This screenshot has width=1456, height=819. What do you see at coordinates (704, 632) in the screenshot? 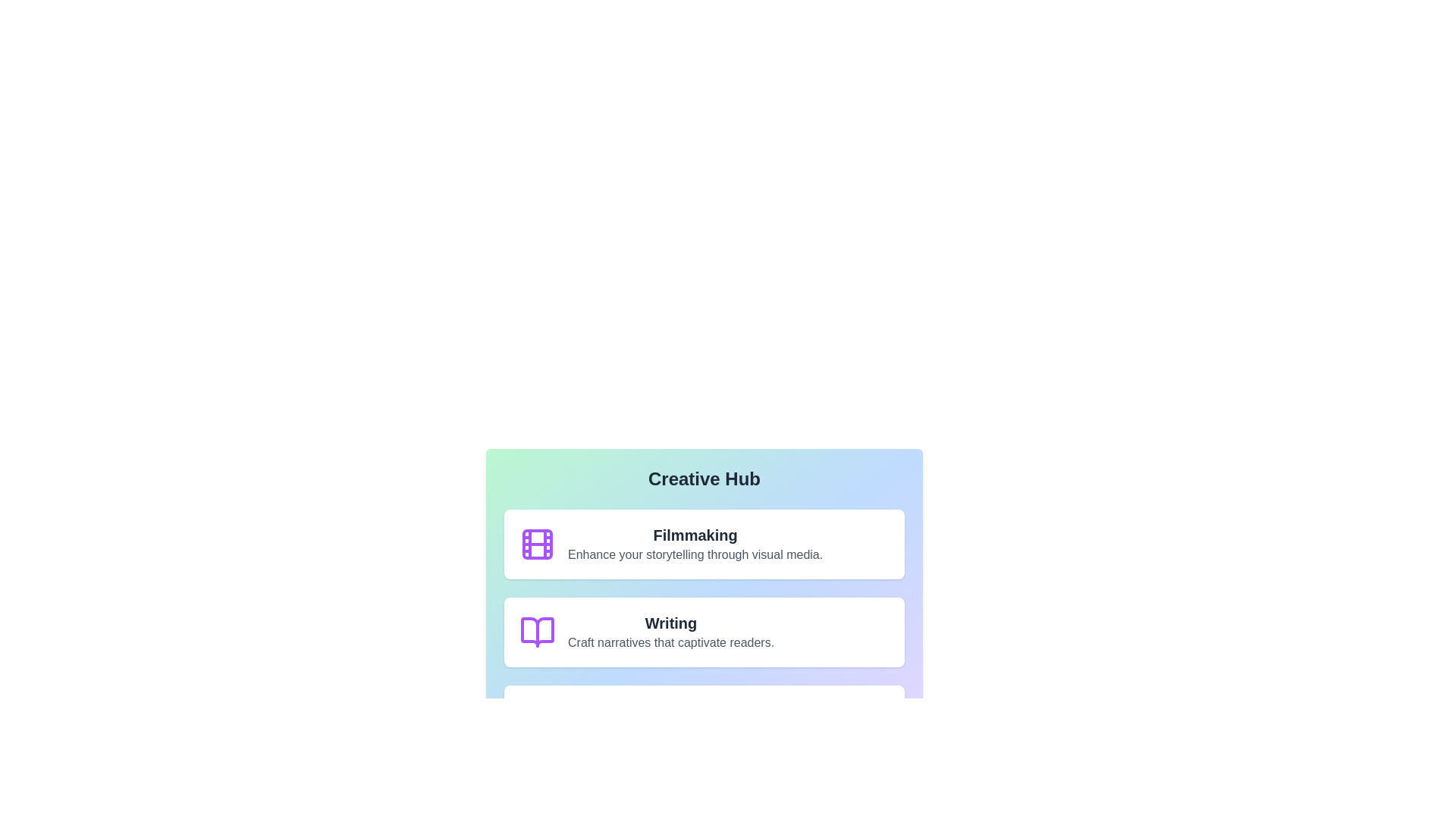
I see `the list item corresponding to Writing to observe its hover effect` at bounding box center [704, 632].